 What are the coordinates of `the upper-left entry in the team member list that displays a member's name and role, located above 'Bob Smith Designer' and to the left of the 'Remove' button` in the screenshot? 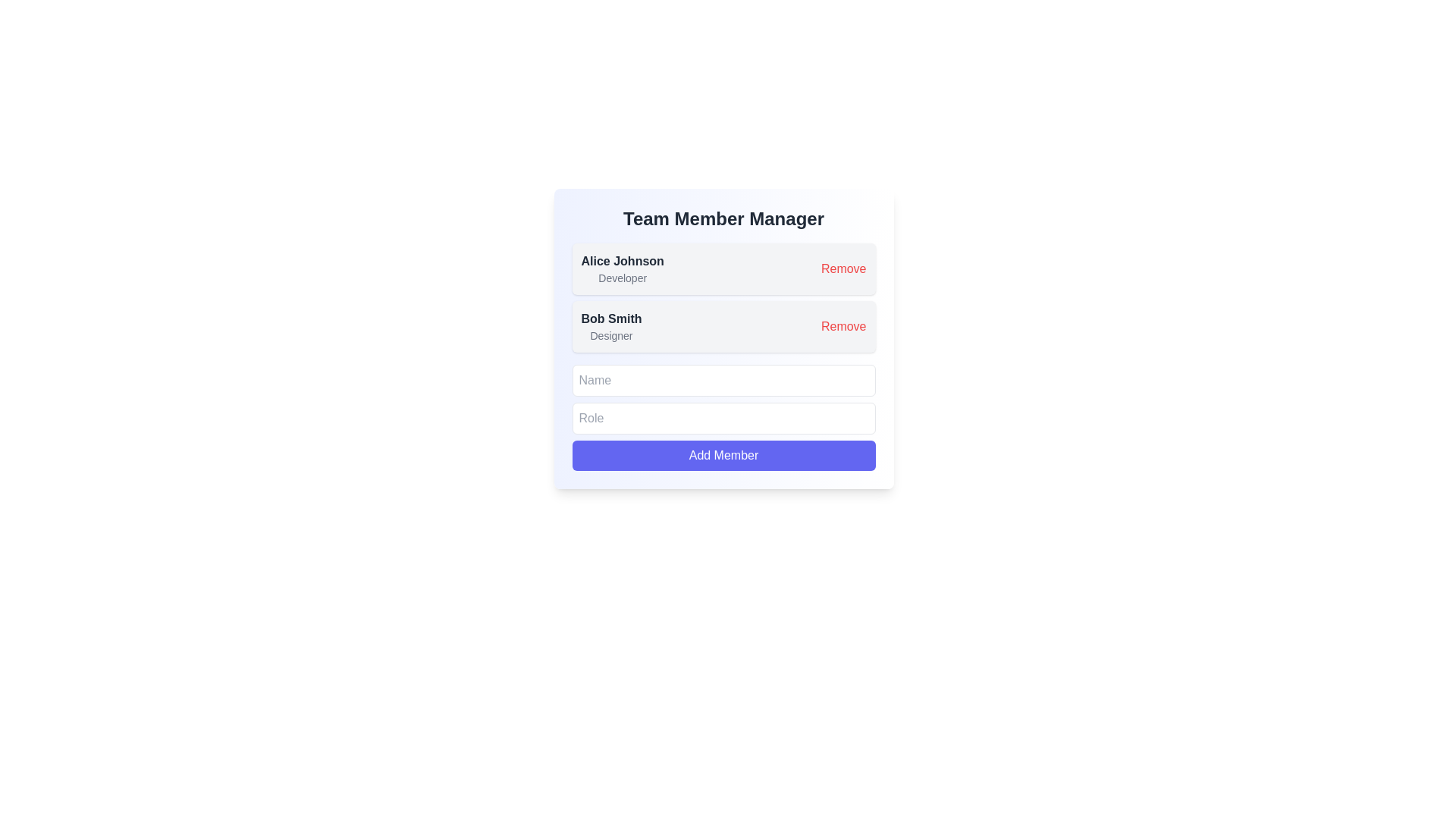 It's located at (623, 268).